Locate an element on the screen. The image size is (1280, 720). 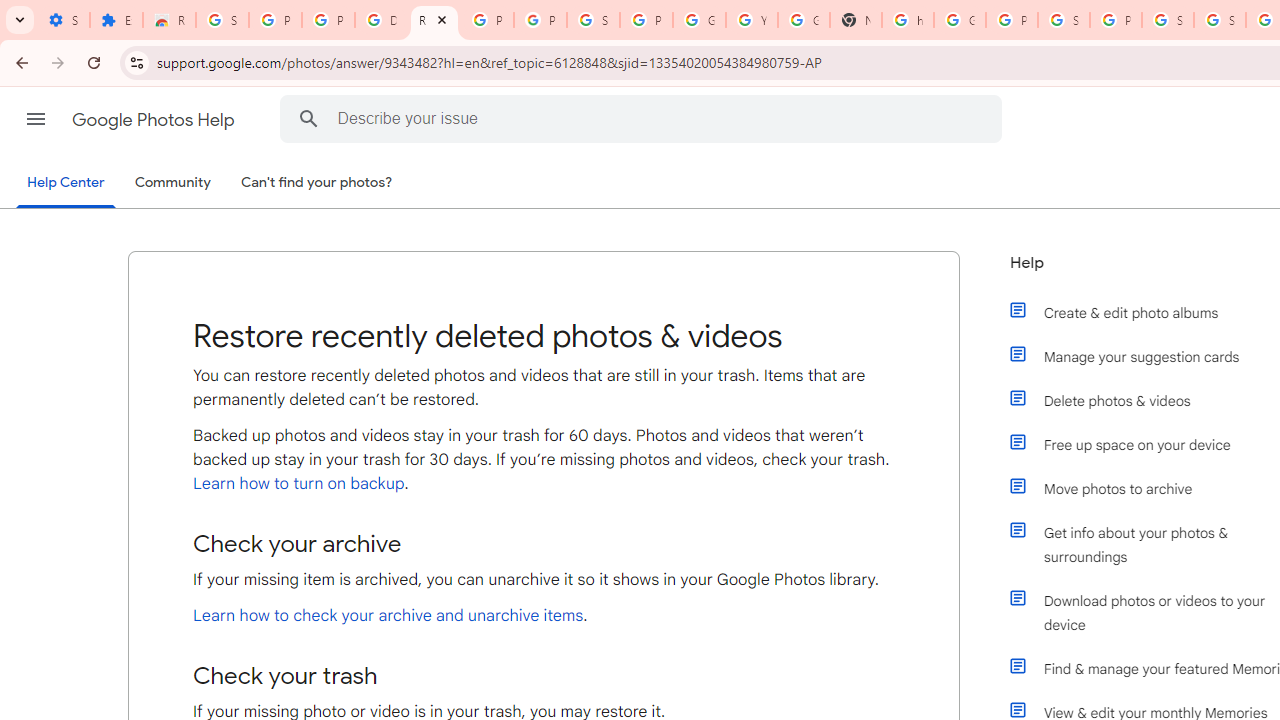
'Google Account' is located at coordinates (699, 20).